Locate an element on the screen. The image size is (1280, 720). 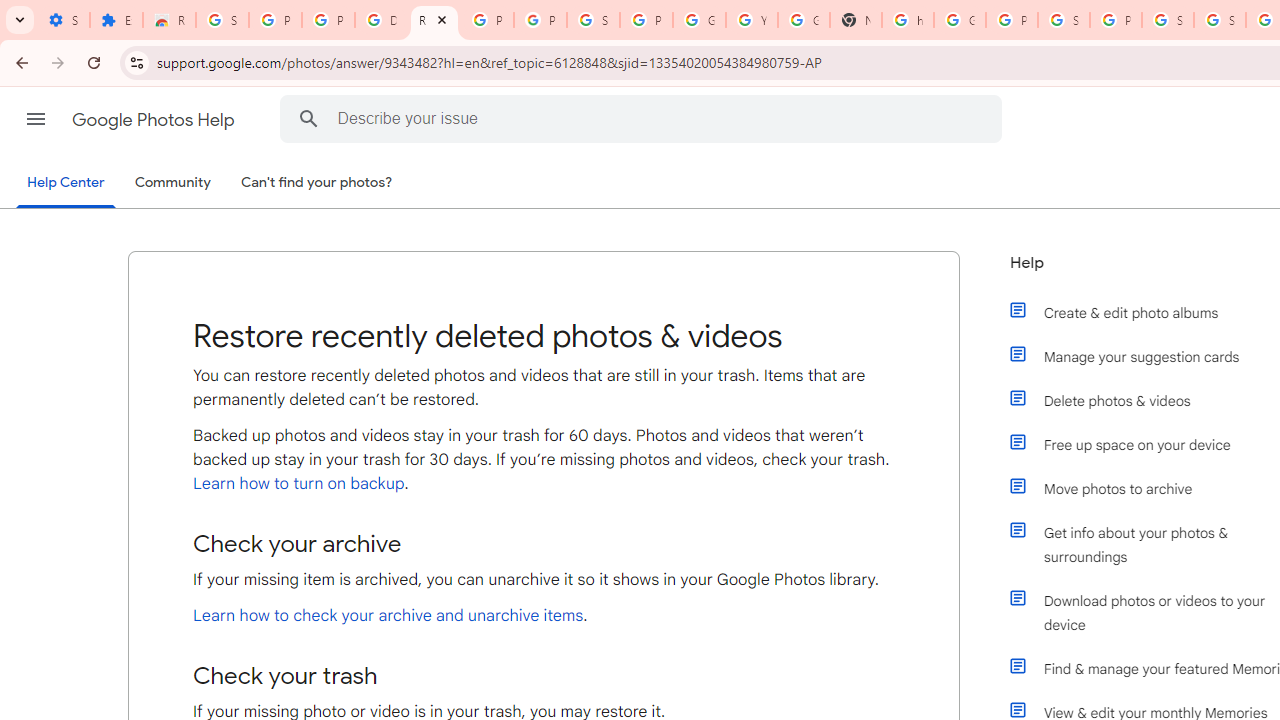
'Google Account' is located at coordinates (699, 20).